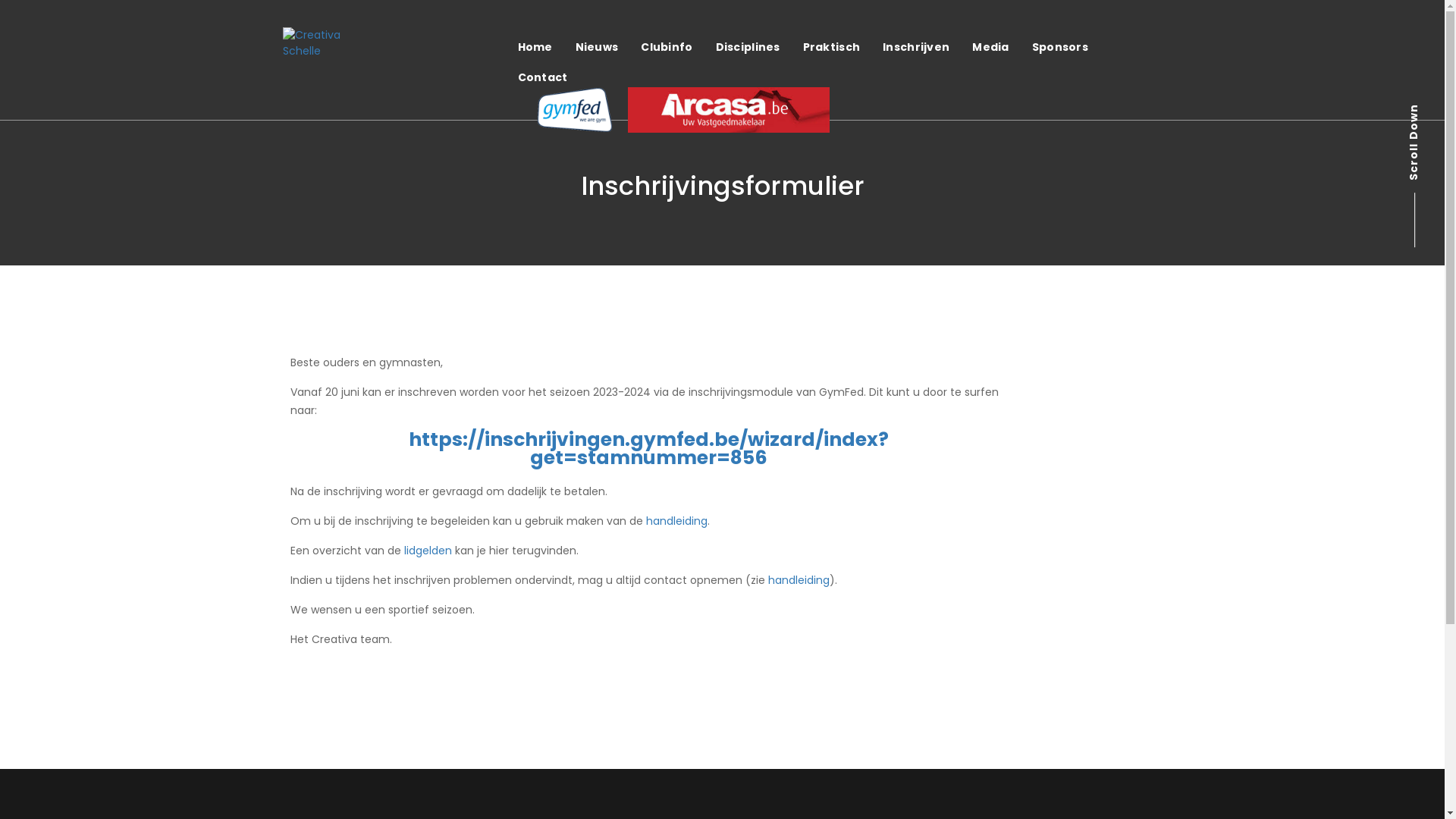 Image resolution: width=1456 pixels, height=819 pixels. Describe the element at coordinates (990, 45) in the screenshot. I see `'Media'` at that location.